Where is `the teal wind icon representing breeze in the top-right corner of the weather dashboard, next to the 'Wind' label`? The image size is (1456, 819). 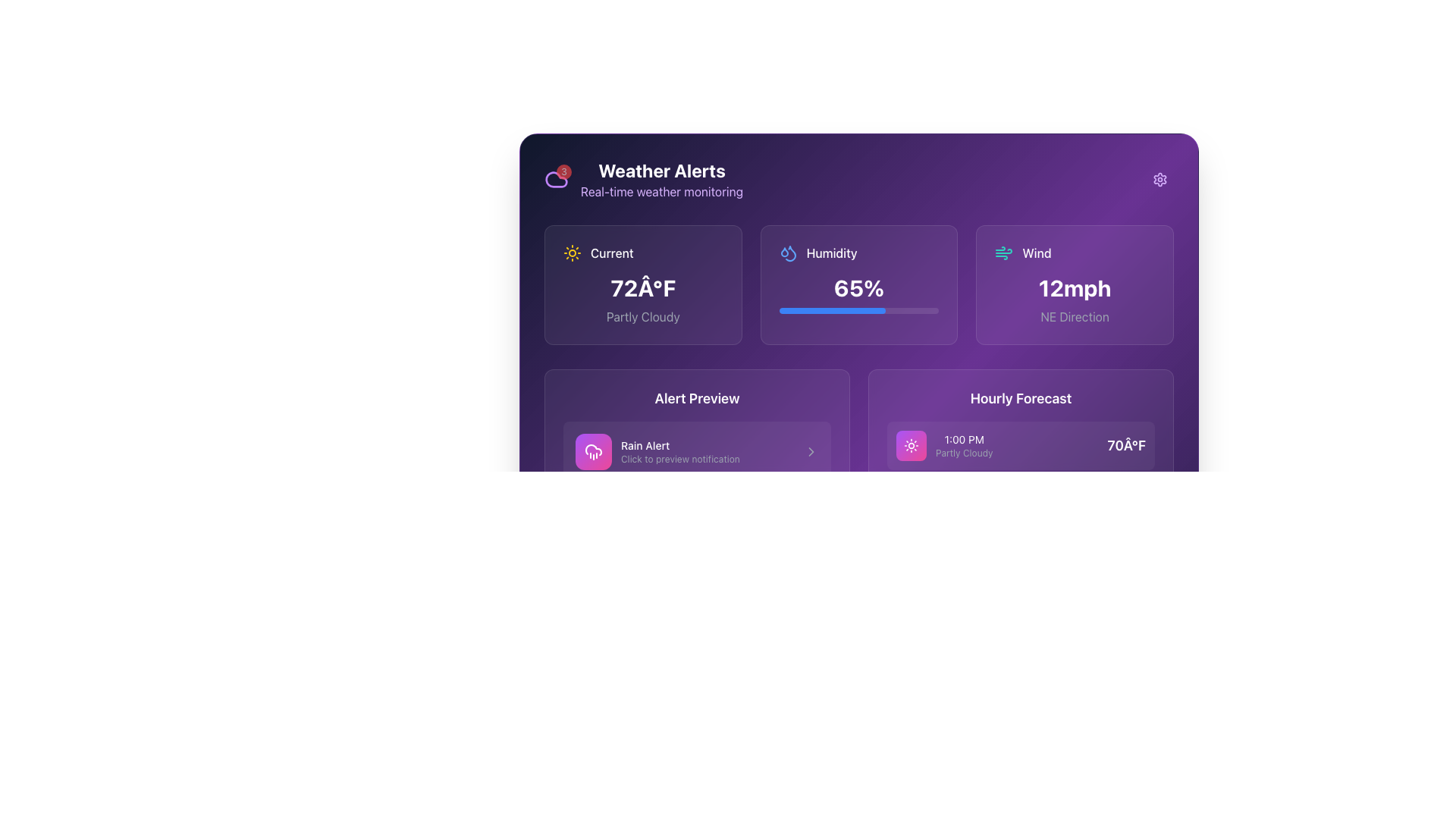
the teal wind icon representing breeze in the top-right corner of the weather dashboard, next to the 'Wind' label is located at coordinates (1004, 253).